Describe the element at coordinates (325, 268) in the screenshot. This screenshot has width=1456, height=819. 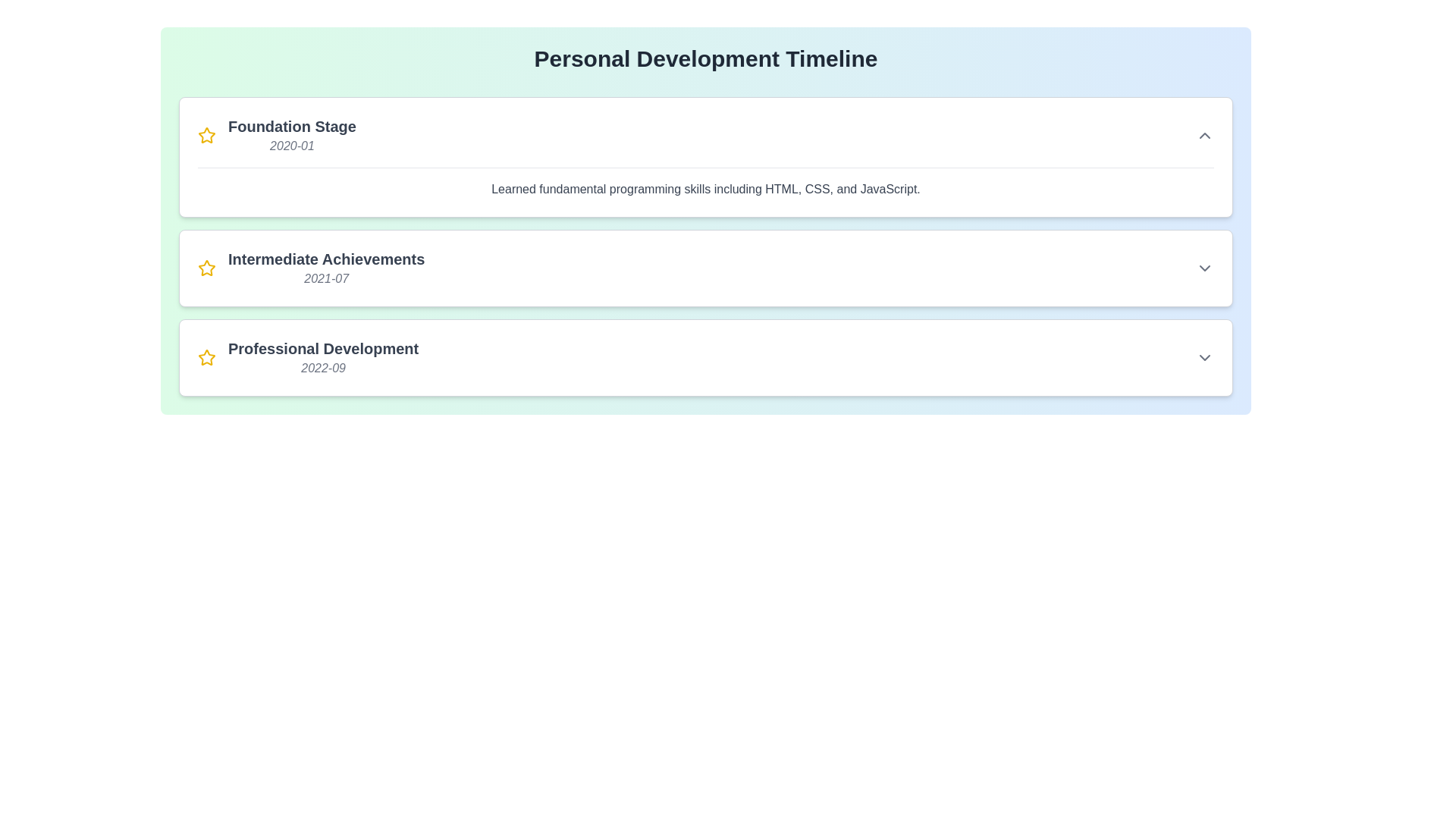
I see `the timeline entry titled 'Intermediate Achievements' which includes the date '2021-07'` at that location.